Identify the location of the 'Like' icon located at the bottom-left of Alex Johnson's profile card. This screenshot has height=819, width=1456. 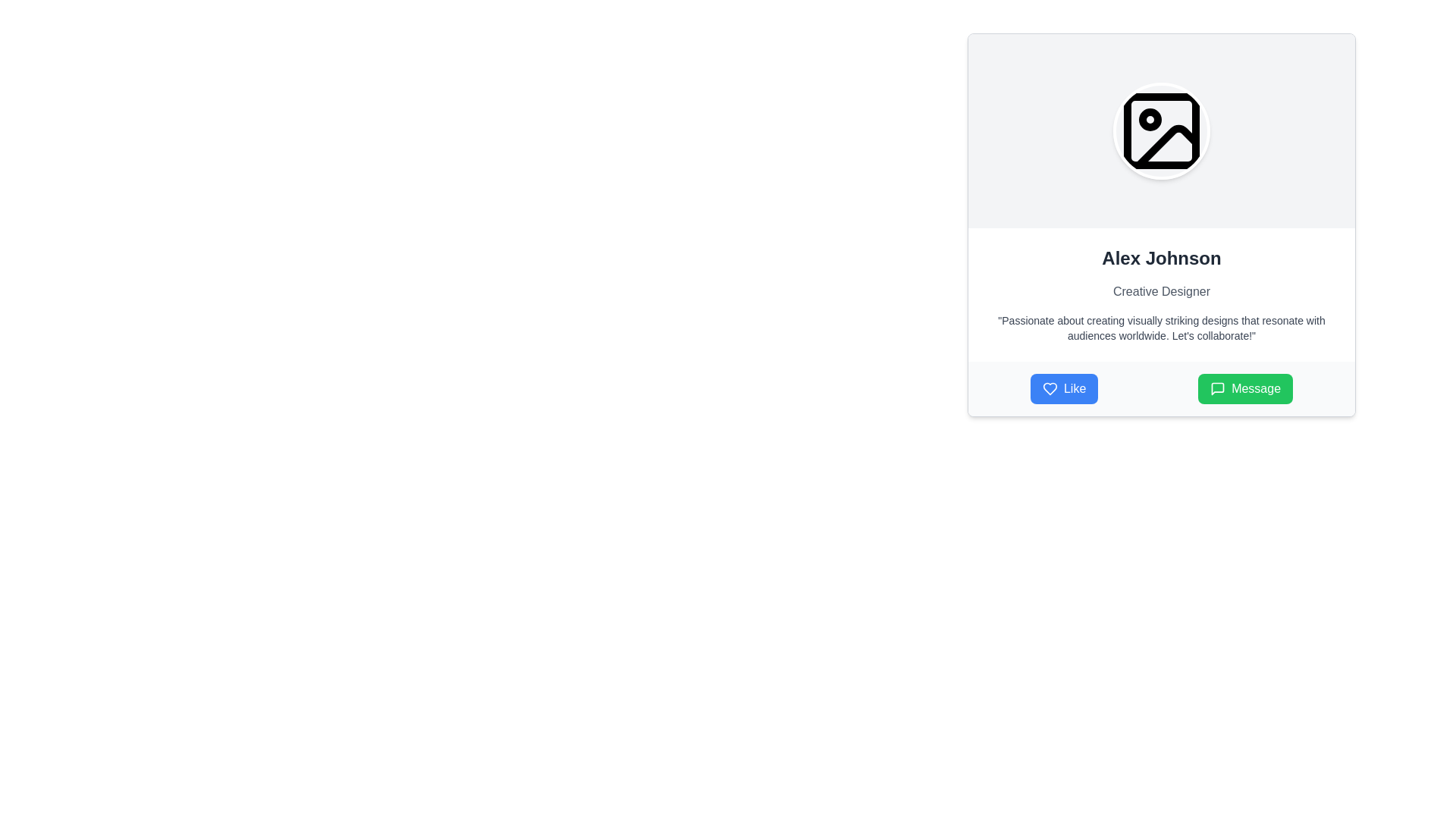
(1049, 388).